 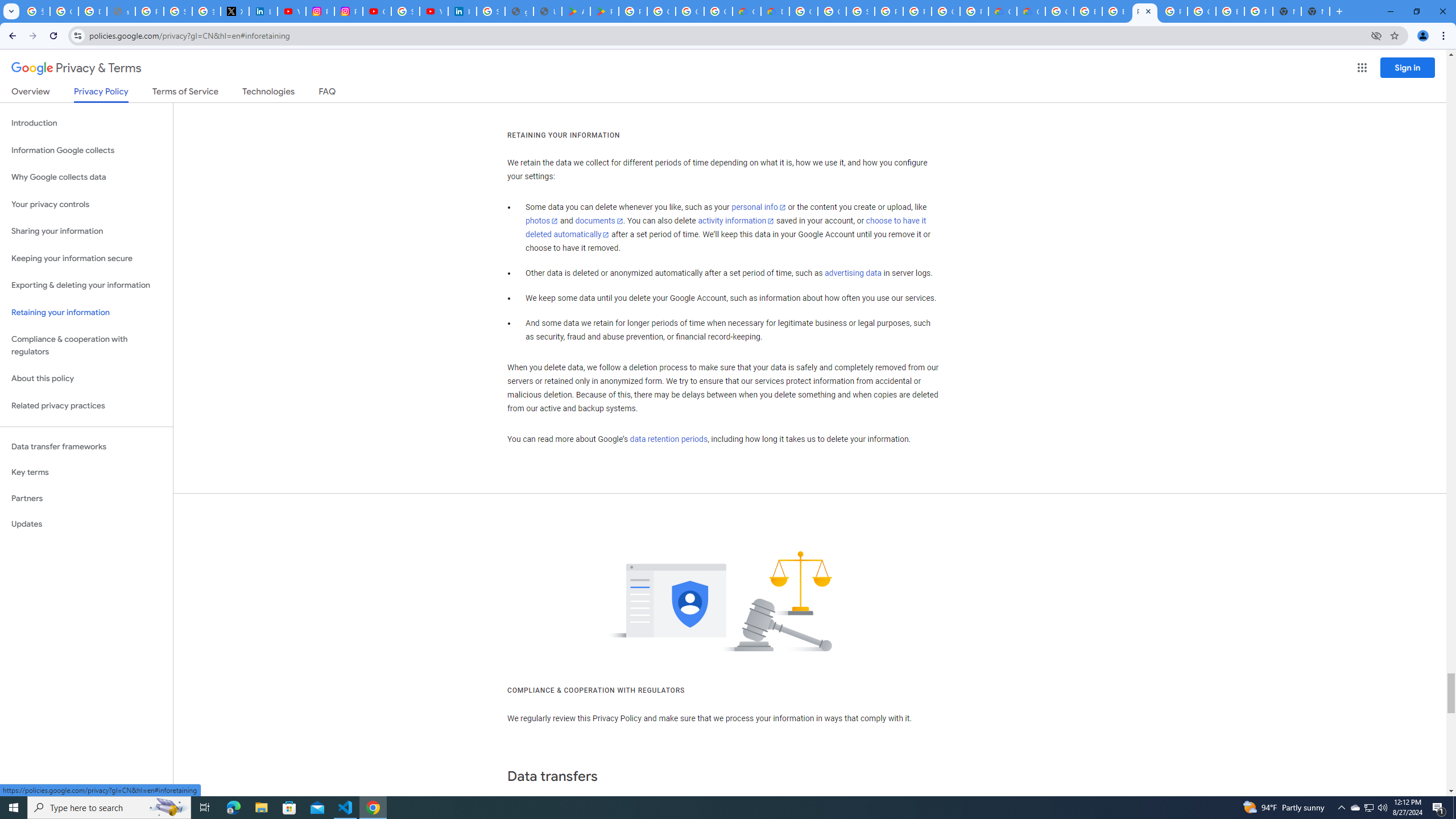 What do you see at coordinates (547, 11) in the screenshot?
I see `'User Details'` at bounding box center [547, 11].